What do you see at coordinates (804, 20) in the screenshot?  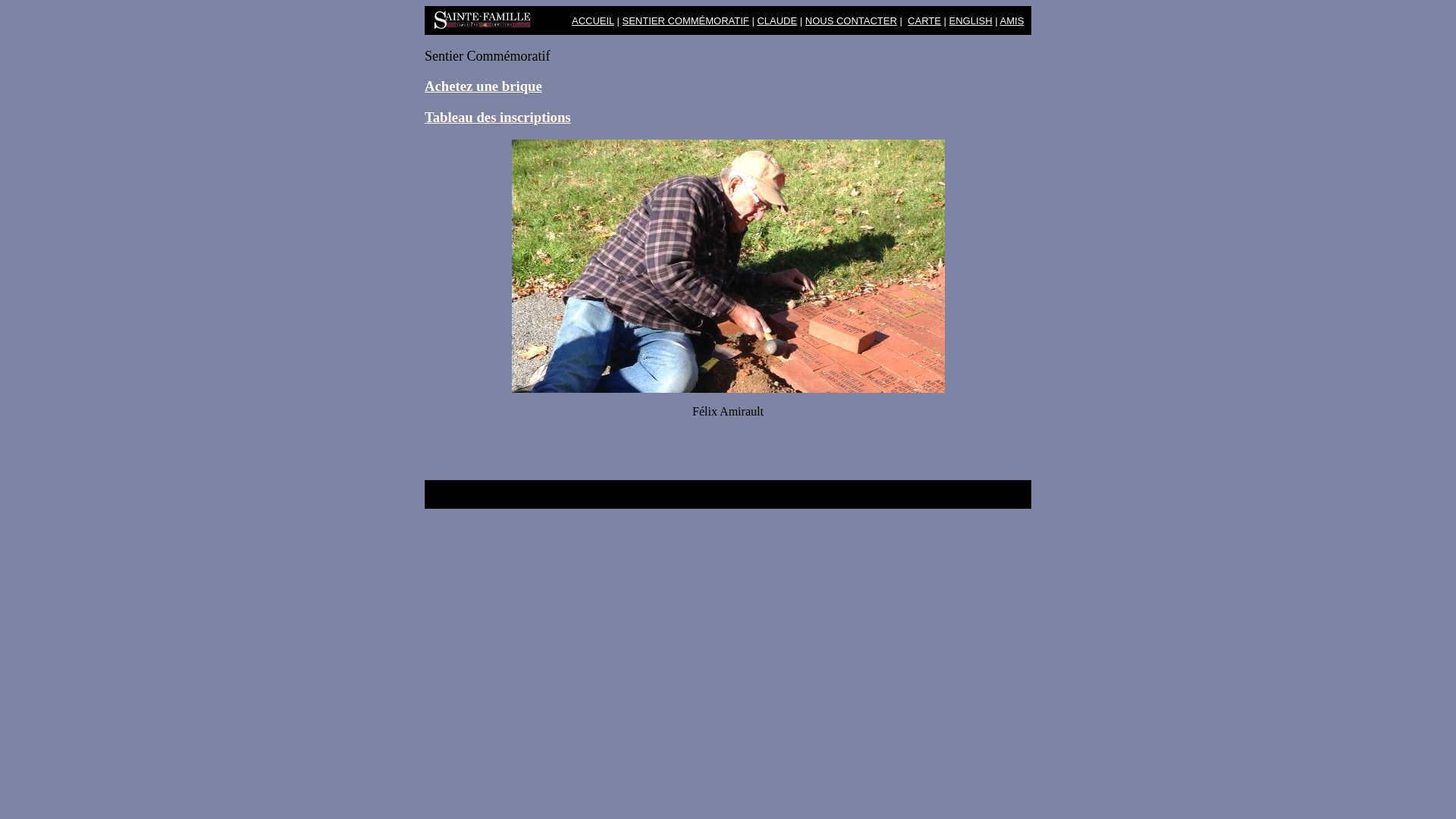 I see `'NOUS CONTACTER'` at bounding box center [804, 20].